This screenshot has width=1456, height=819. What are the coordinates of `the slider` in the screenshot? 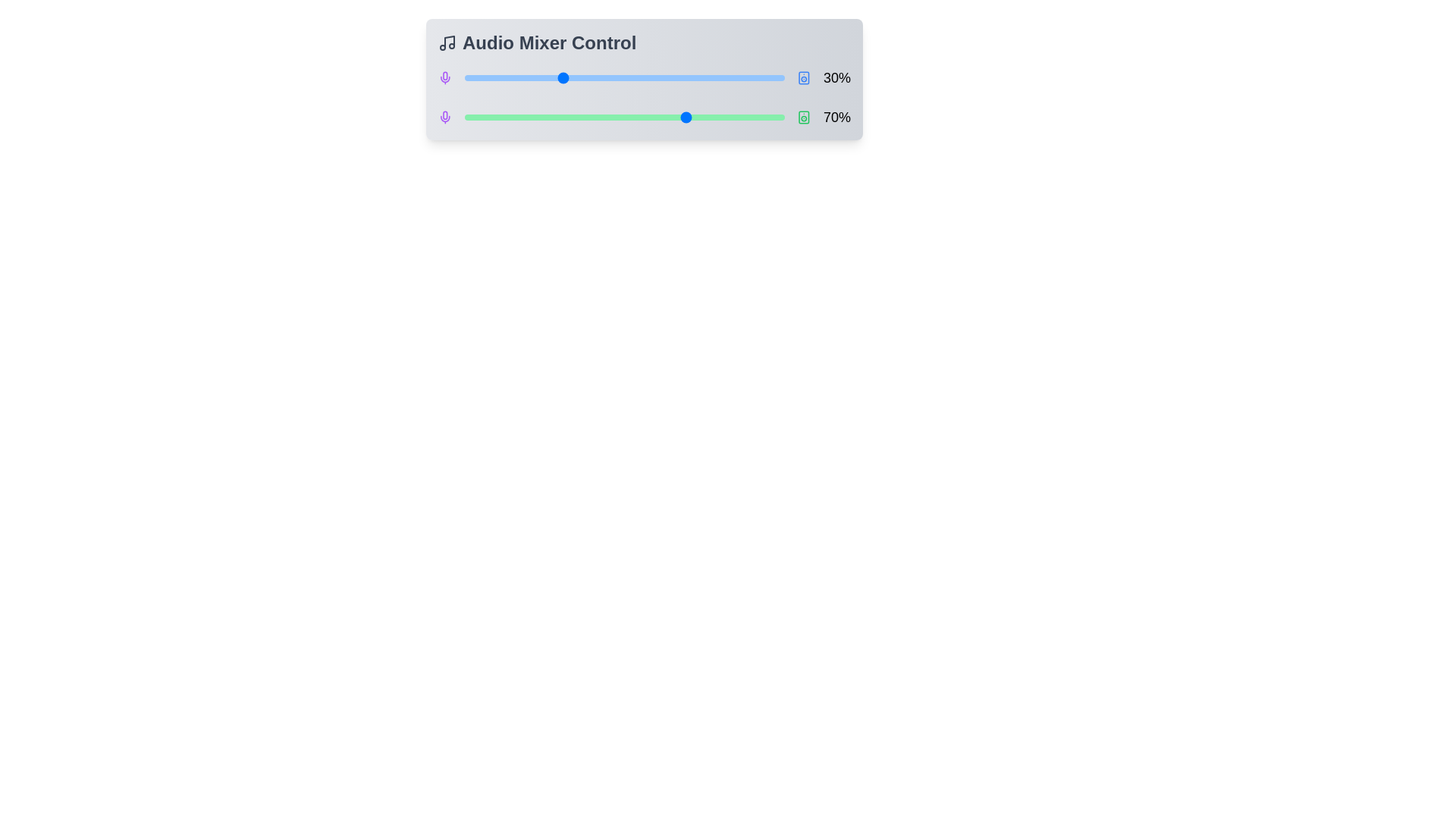 It's located at (643, 78).